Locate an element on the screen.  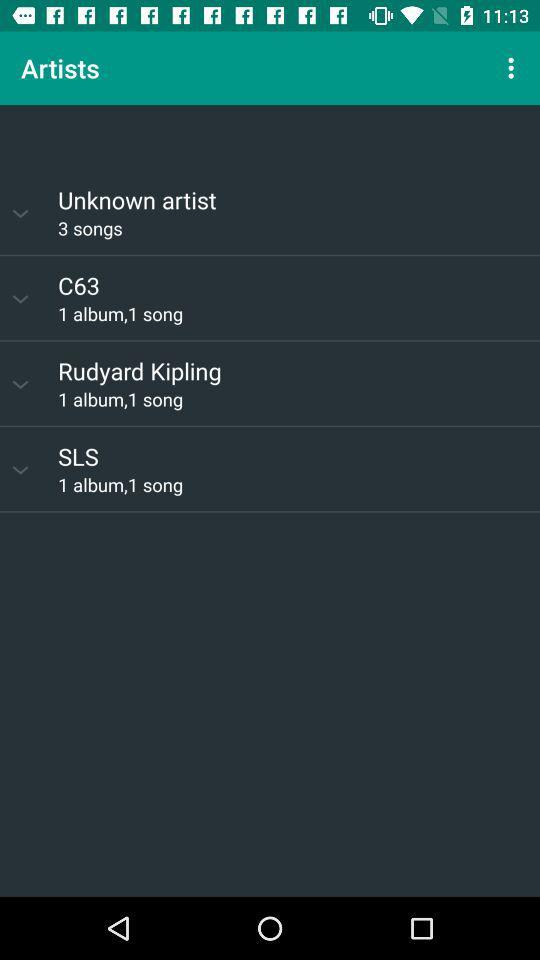
the icon to the right of the artists is located at coordinates (513, 68).